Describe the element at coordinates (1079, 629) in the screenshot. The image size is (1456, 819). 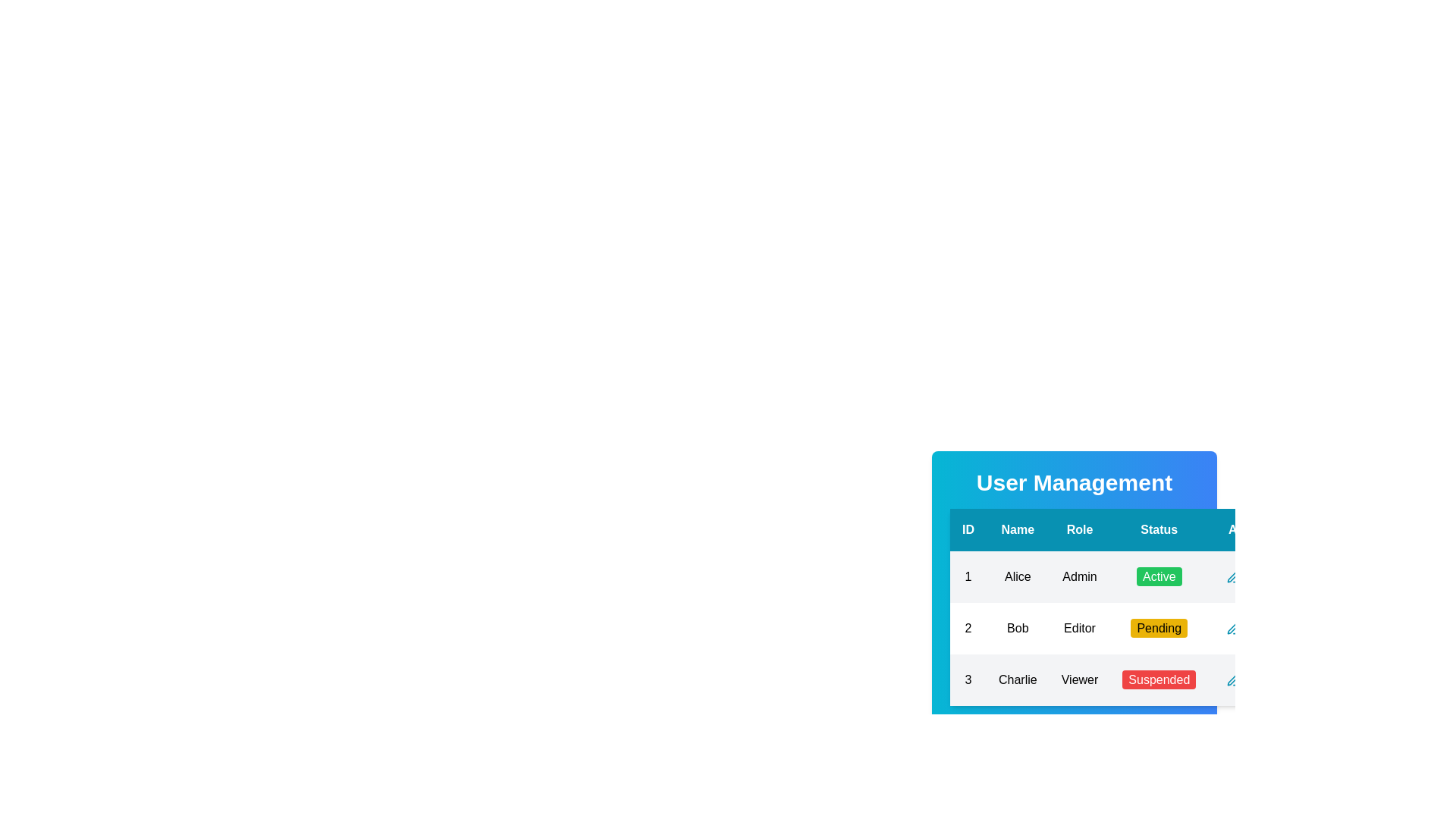
I see `the 'Editor' text label in the 'User Management' table, located in the third column of the second row` at that location.